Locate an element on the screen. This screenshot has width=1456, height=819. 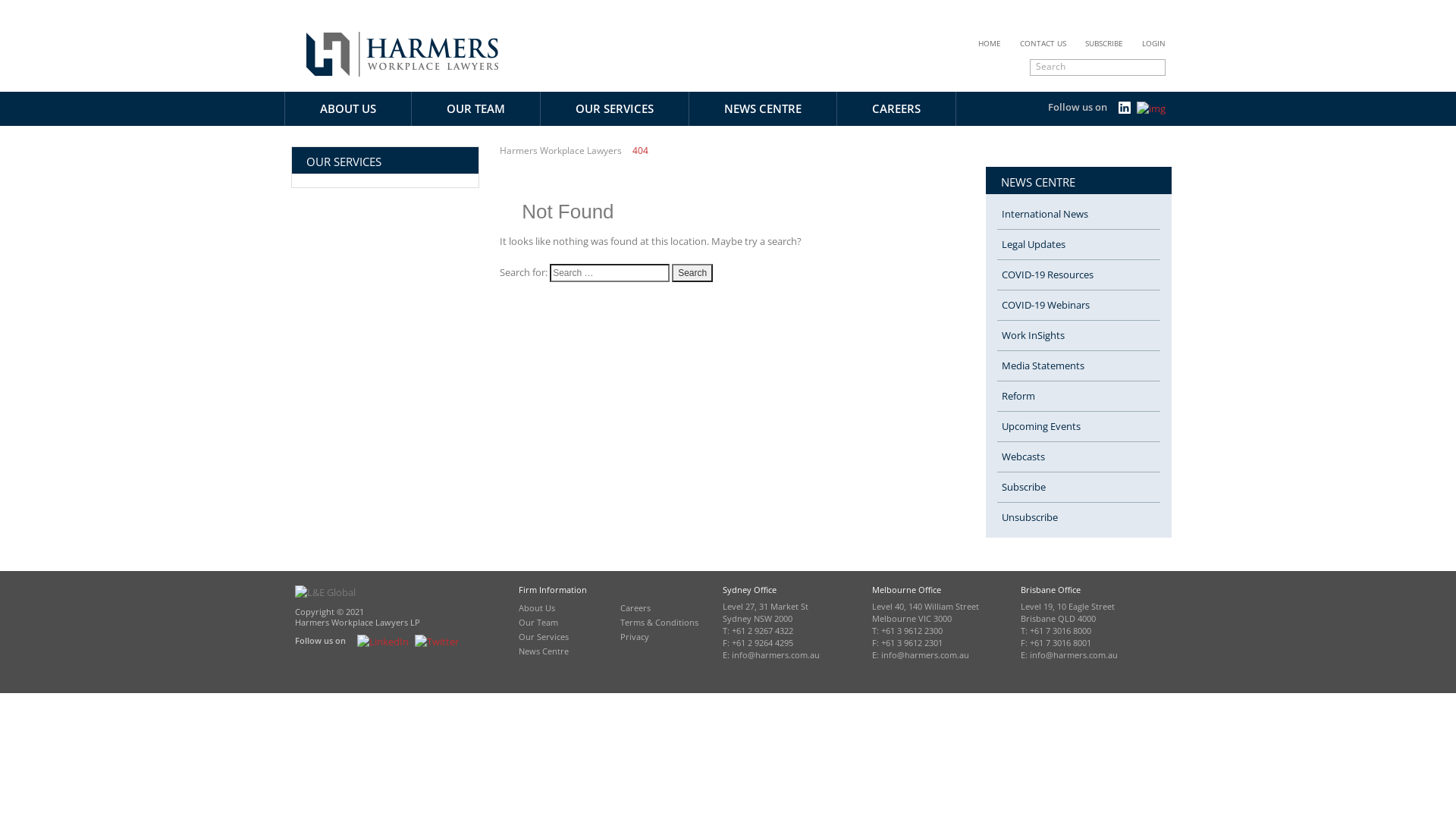
'SUBSCRIBE' is located at coordinates (1103, 42).